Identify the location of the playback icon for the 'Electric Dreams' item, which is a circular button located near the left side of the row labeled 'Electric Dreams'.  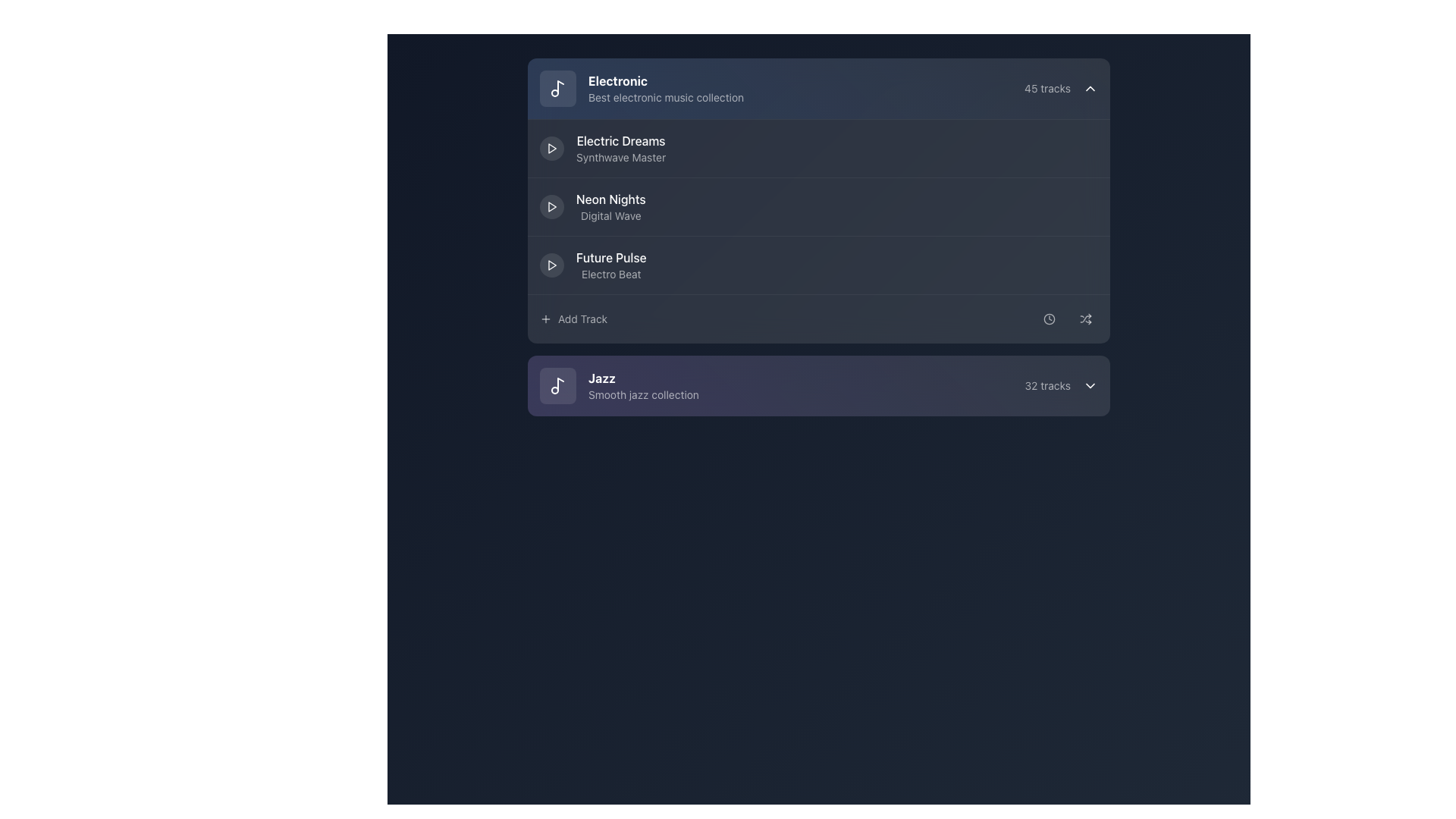
(551, 149).